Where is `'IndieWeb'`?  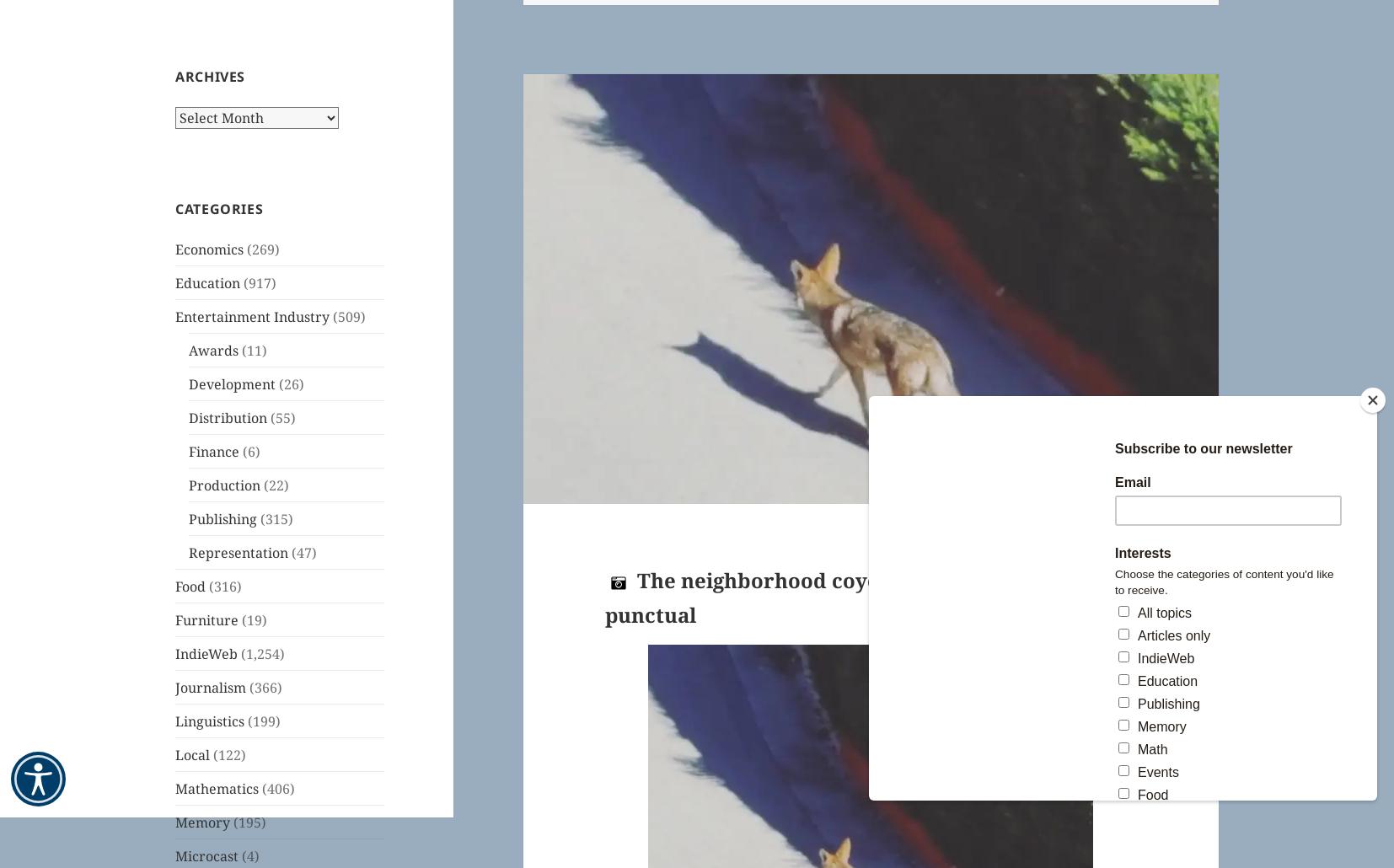
'IndieWeb' is located at coordinates (205, 651).